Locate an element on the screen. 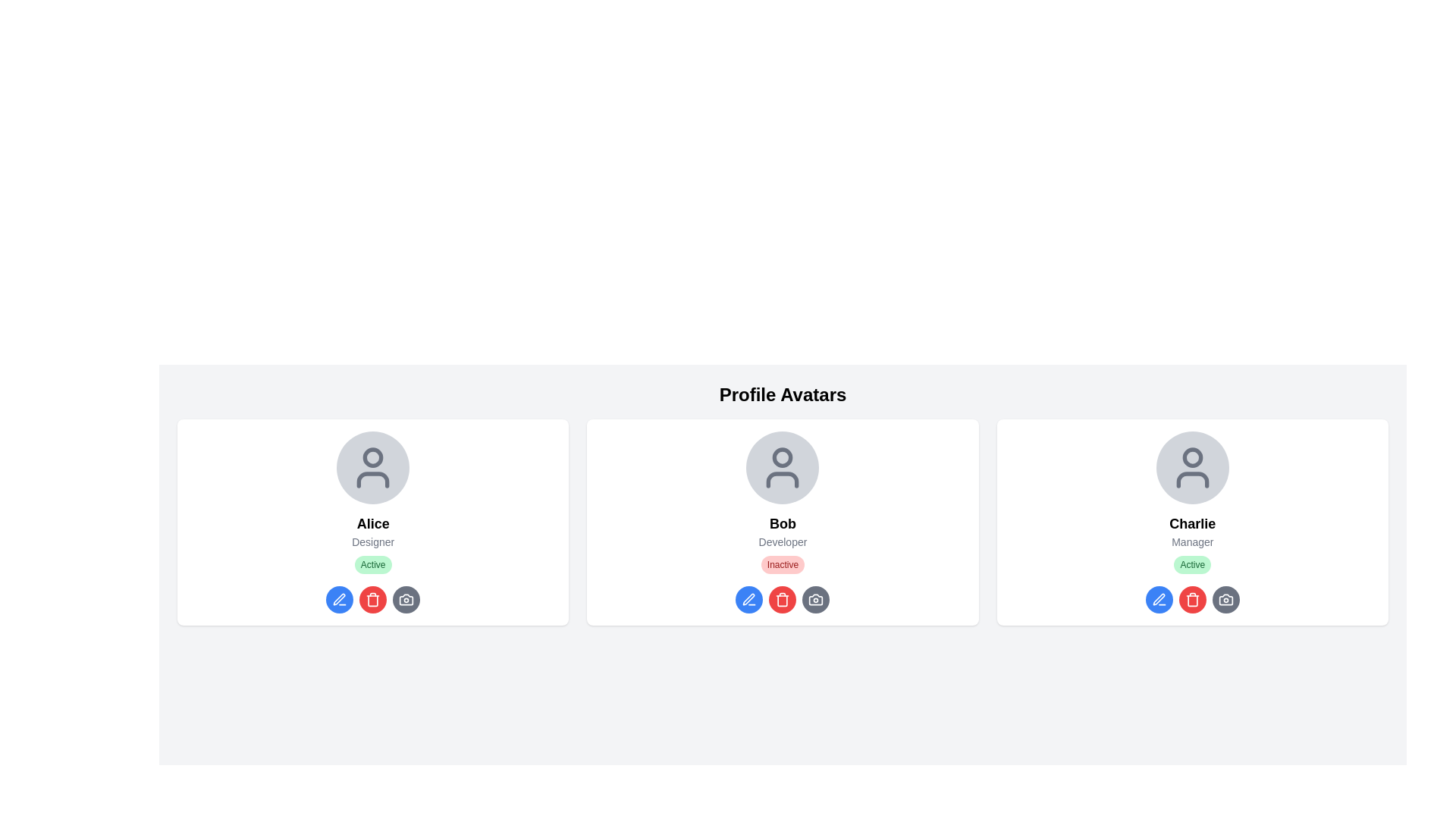  the user profile icon, which is a gray outline of a head and shoulders centered within a circular gray background, located at the top of the user profile card is located at coordinates (373, 467).